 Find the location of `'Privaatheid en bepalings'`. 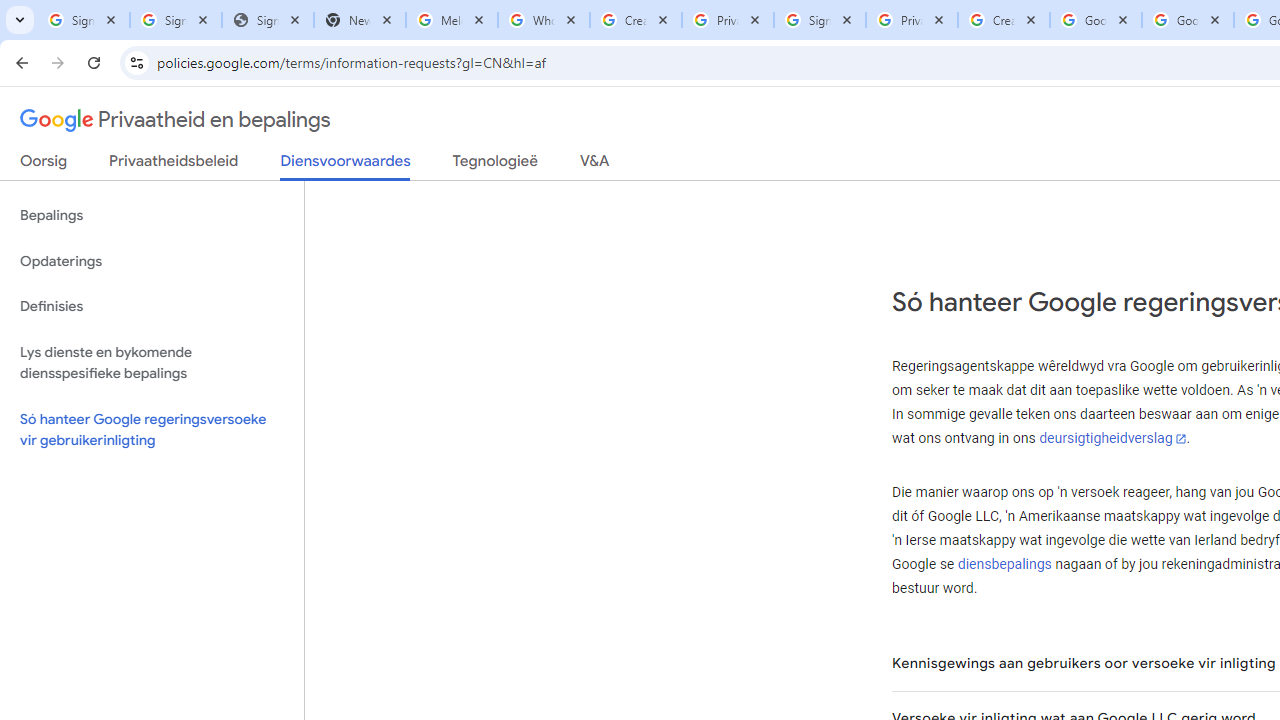

'Privaatheid en bepalings' is located at coordinates (176, 120).